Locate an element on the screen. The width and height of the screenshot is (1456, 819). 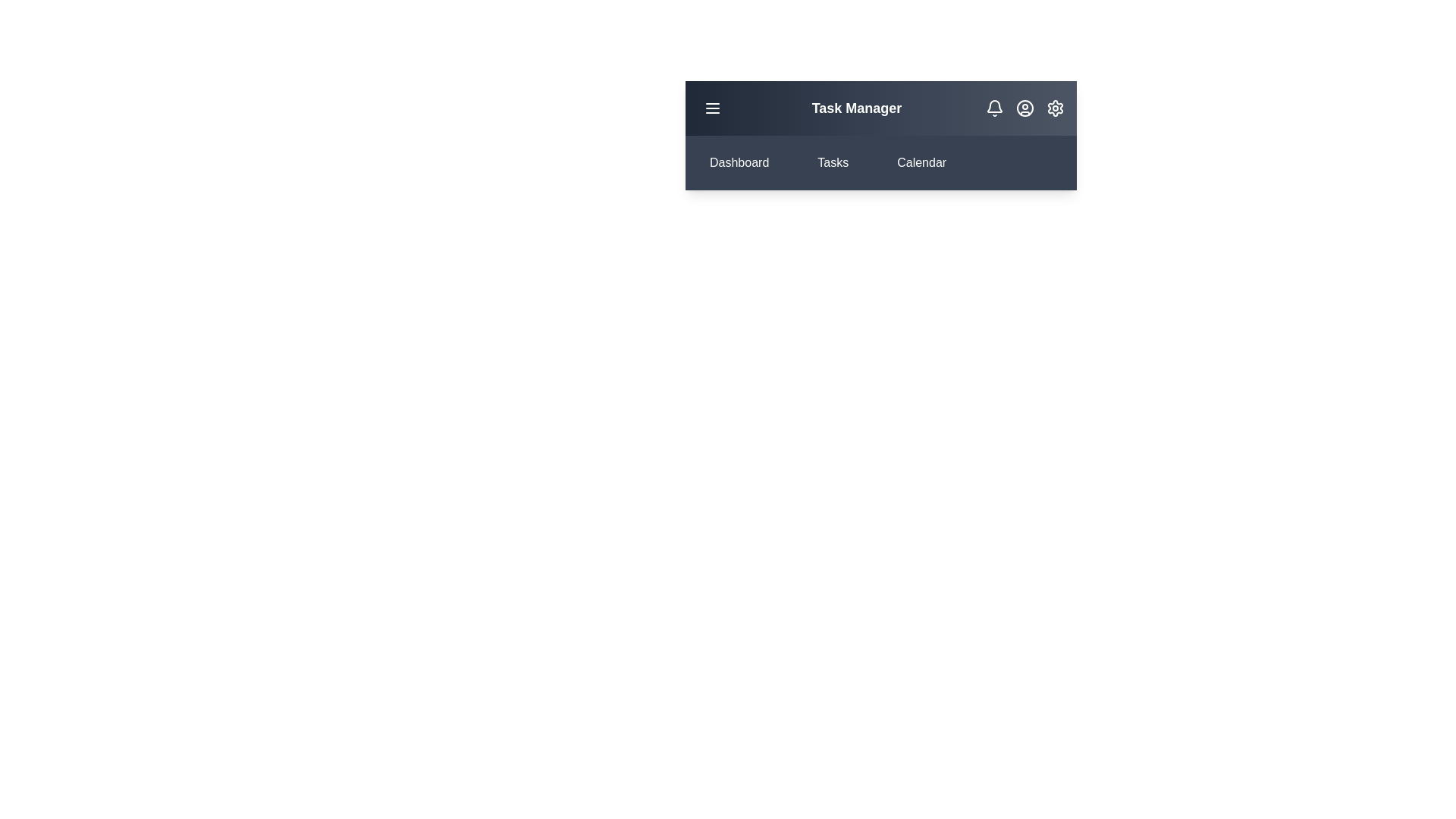
the notification bell icon to interact with it is located at coordinates (994, 107).